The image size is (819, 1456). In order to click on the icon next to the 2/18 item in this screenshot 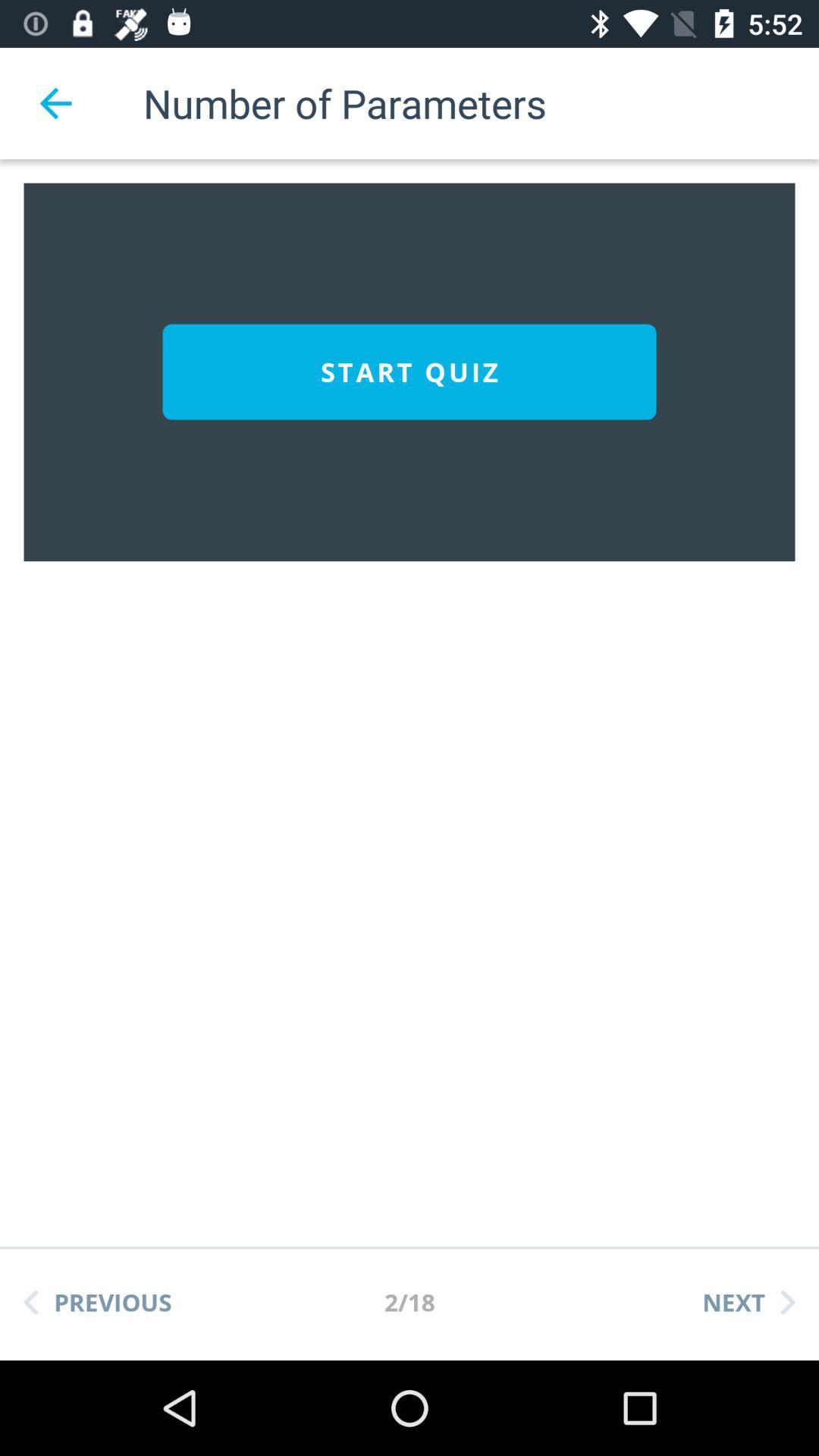, I will do `click(748, 1301)`.